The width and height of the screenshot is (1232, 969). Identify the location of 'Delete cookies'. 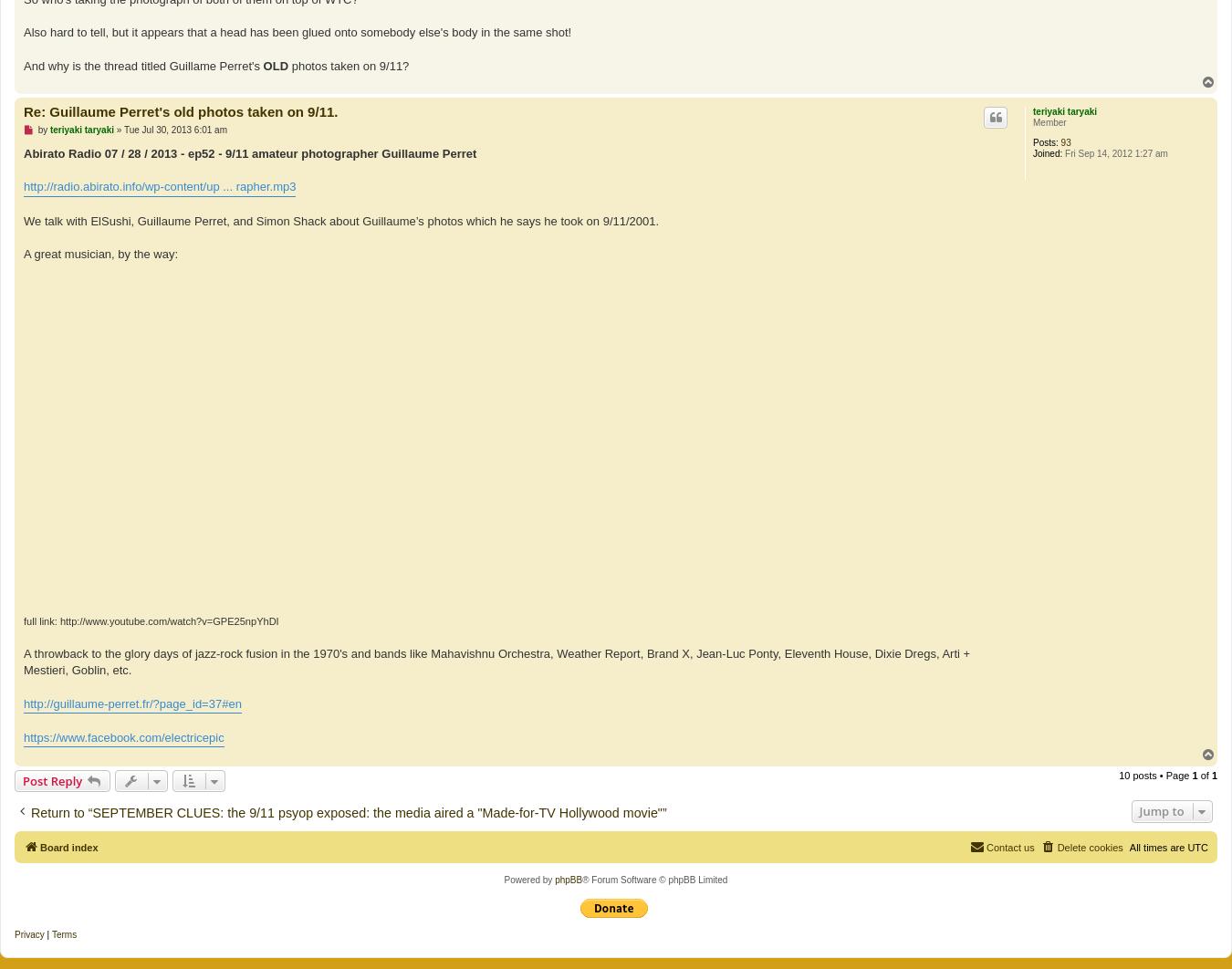
(1088, 845).